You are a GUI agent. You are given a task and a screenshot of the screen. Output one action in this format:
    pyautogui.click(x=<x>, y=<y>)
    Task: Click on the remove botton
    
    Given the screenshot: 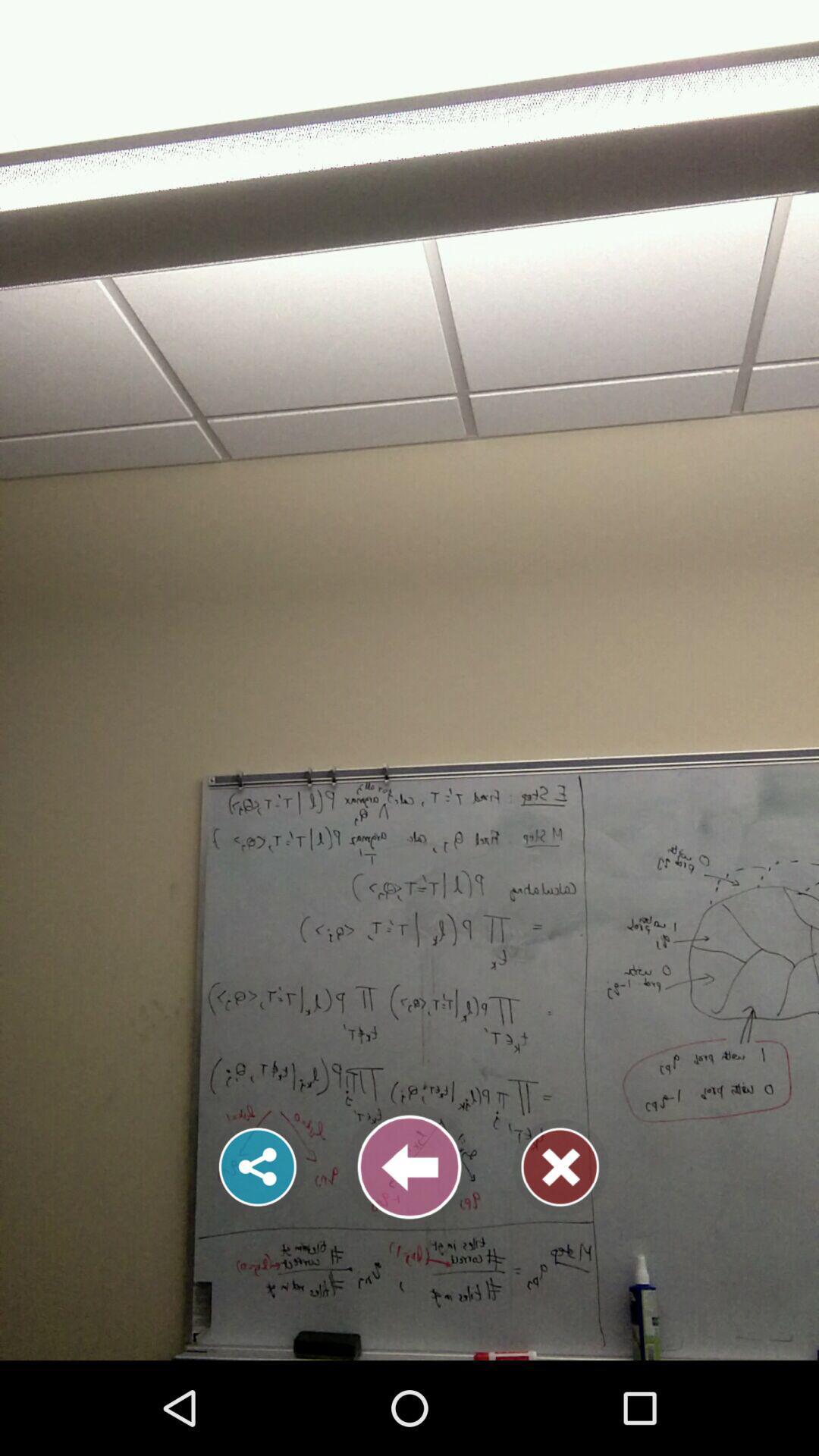 What is the action you would take?
    pyautogui.click(x=560, y=1166)
    